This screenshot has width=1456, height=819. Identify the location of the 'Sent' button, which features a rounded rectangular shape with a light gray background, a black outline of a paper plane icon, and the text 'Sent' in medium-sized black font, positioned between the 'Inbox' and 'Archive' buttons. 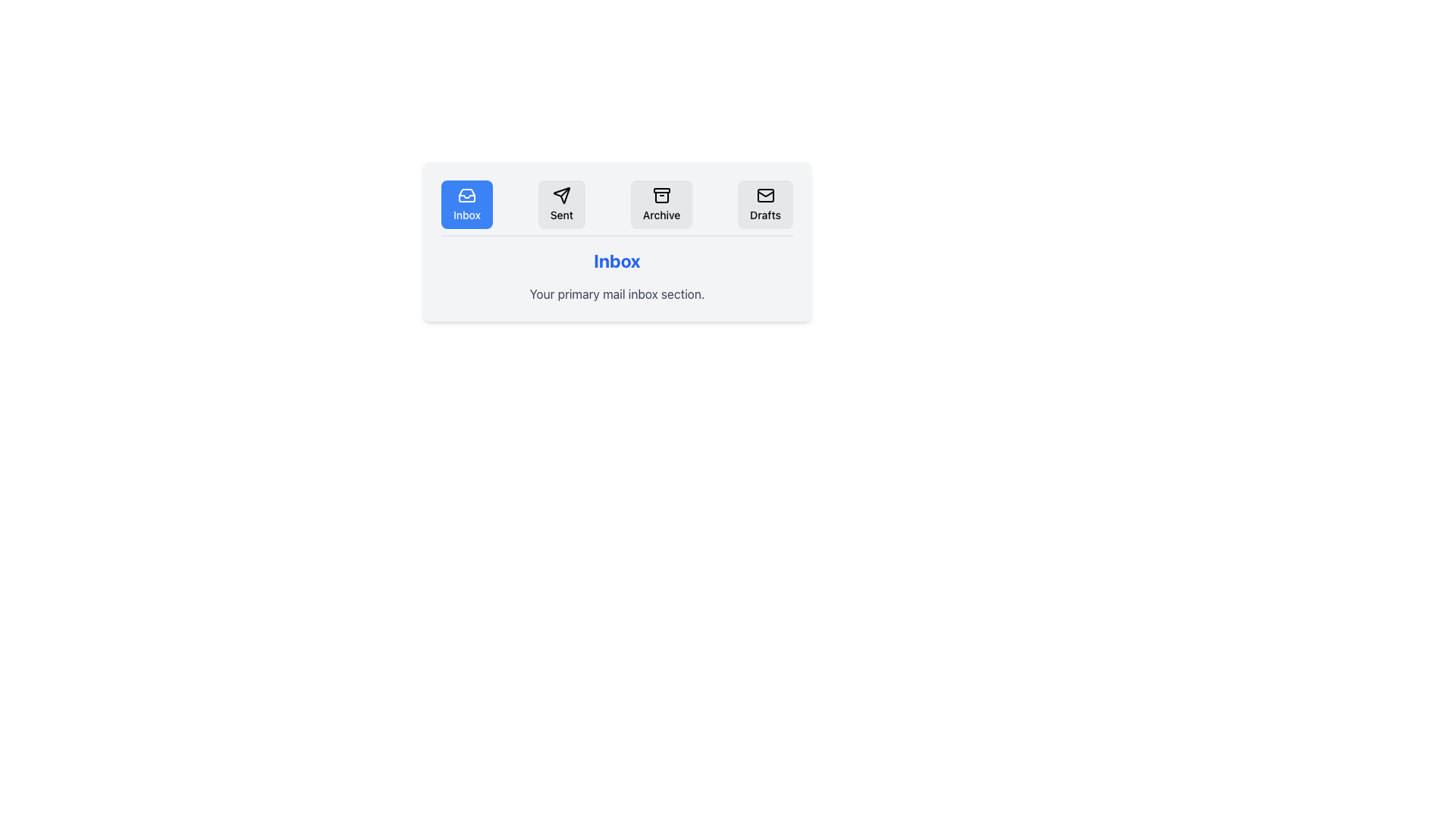
(560, 205).